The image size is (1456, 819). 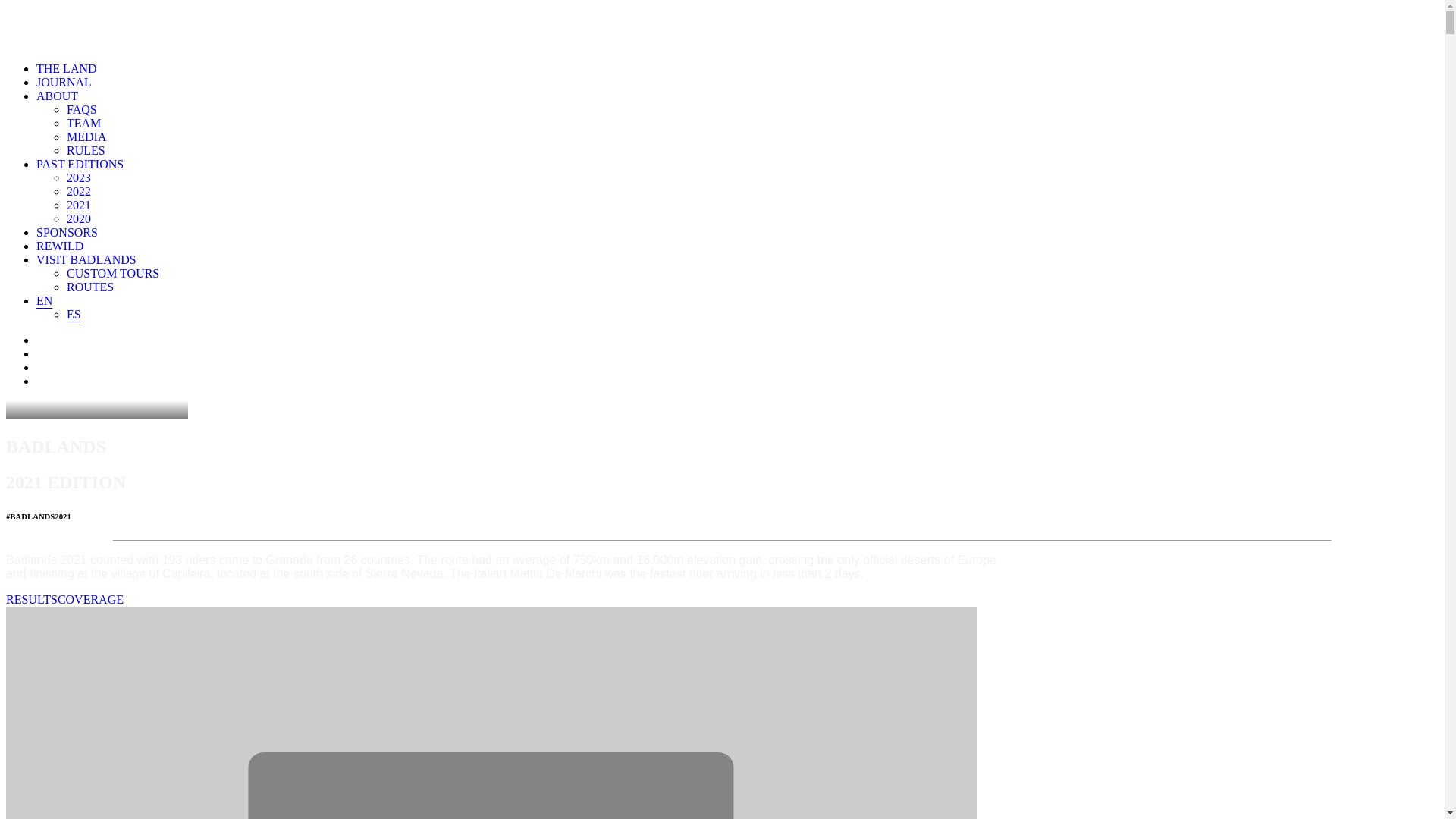 I want to click on 'COVERAGE', so click(x=89, y=598).